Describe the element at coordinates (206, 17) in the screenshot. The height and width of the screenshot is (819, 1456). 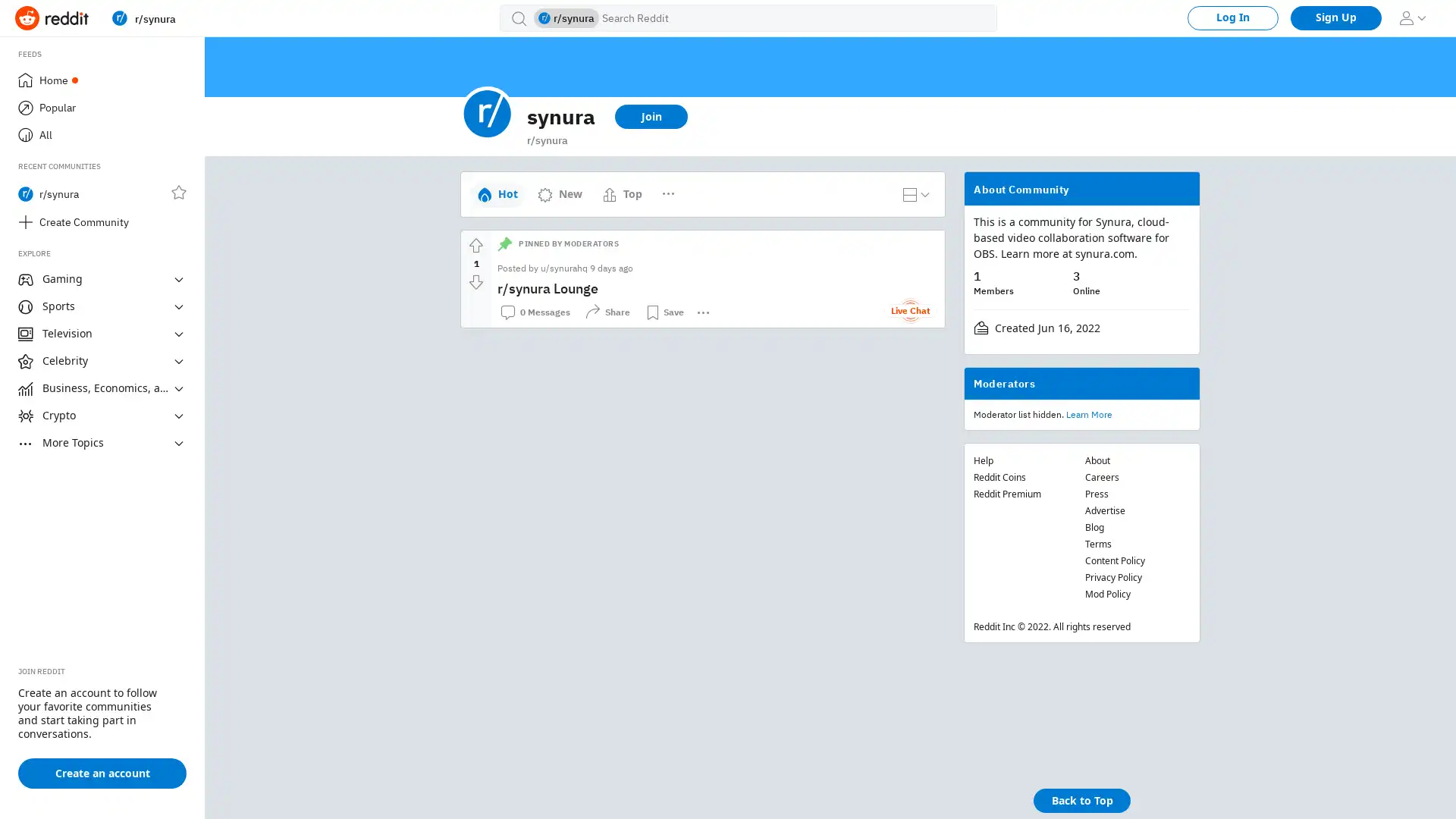
I see `r/synura` at that location.